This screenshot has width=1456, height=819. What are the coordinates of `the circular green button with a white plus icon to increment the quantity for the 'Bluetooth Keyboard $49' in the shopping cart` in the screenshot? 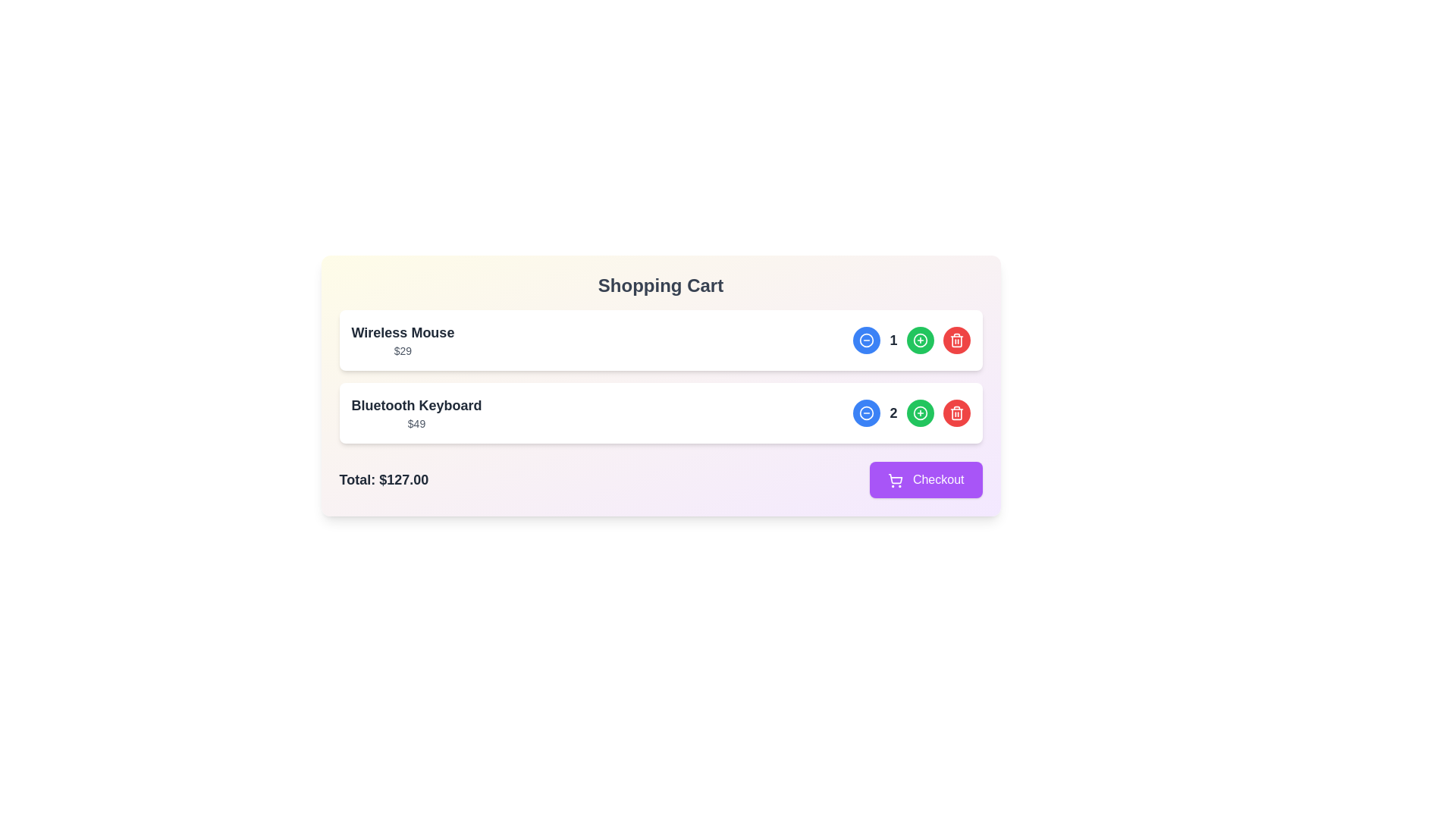 It's located at (919, 413).